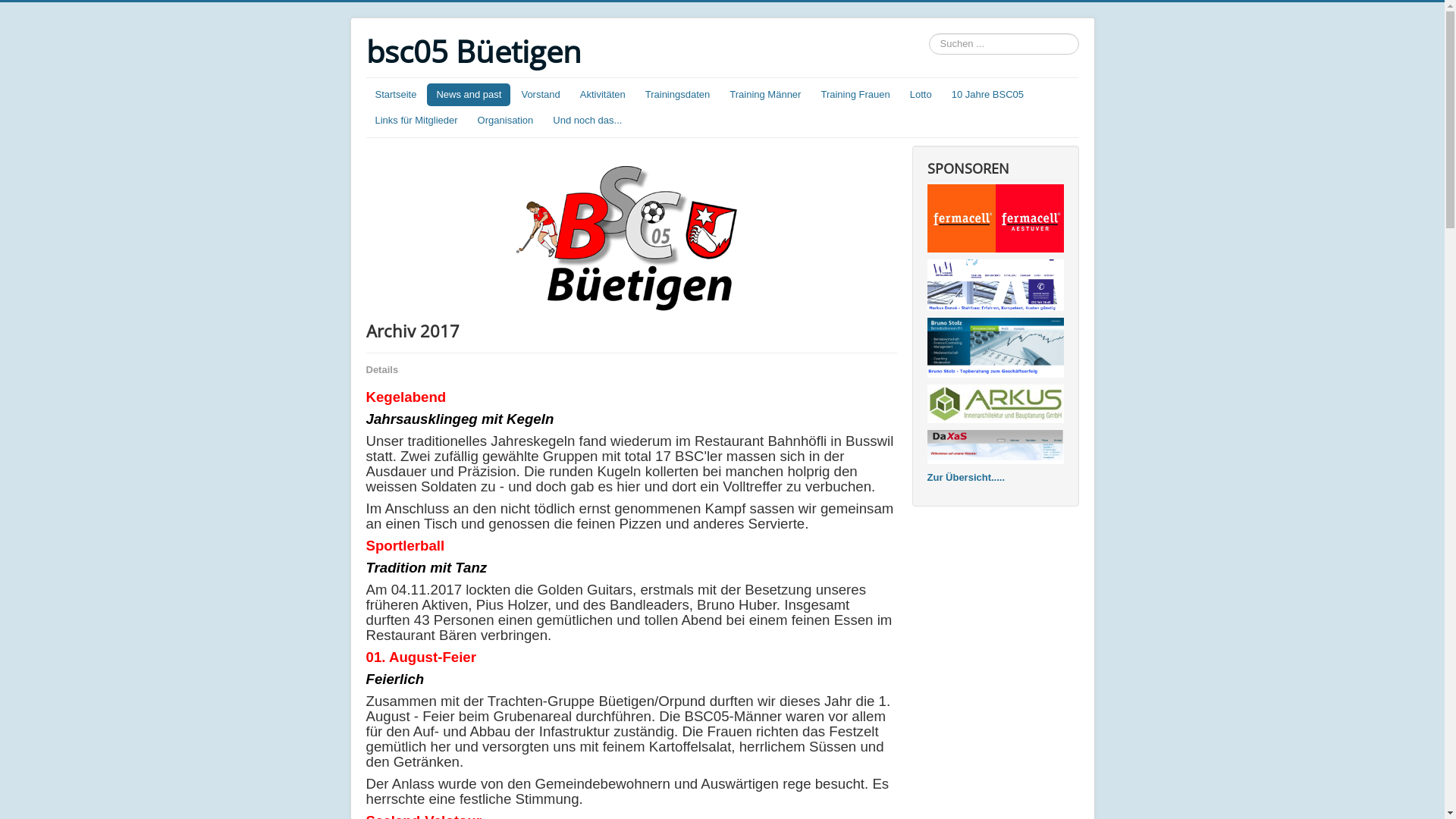 This screenshot has width=1456, height=819. Describe the element at coordinates (543, 119) in the screenshot. I see `'Und noch das...'` at that location.